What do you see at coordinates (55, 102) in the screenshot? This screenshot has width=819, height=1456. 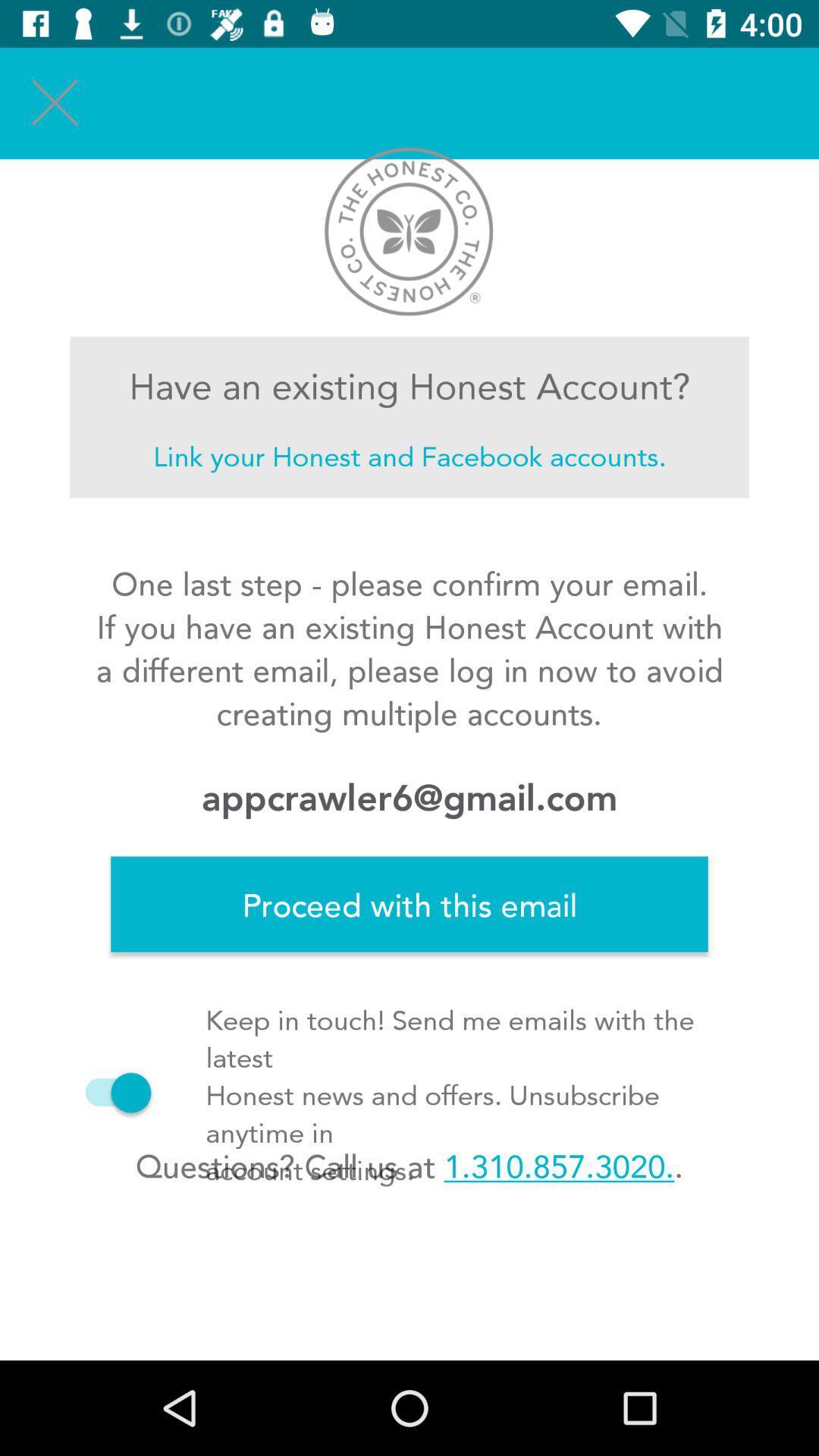 I see `icon at the top left corner` at bounding box center [55, 102].